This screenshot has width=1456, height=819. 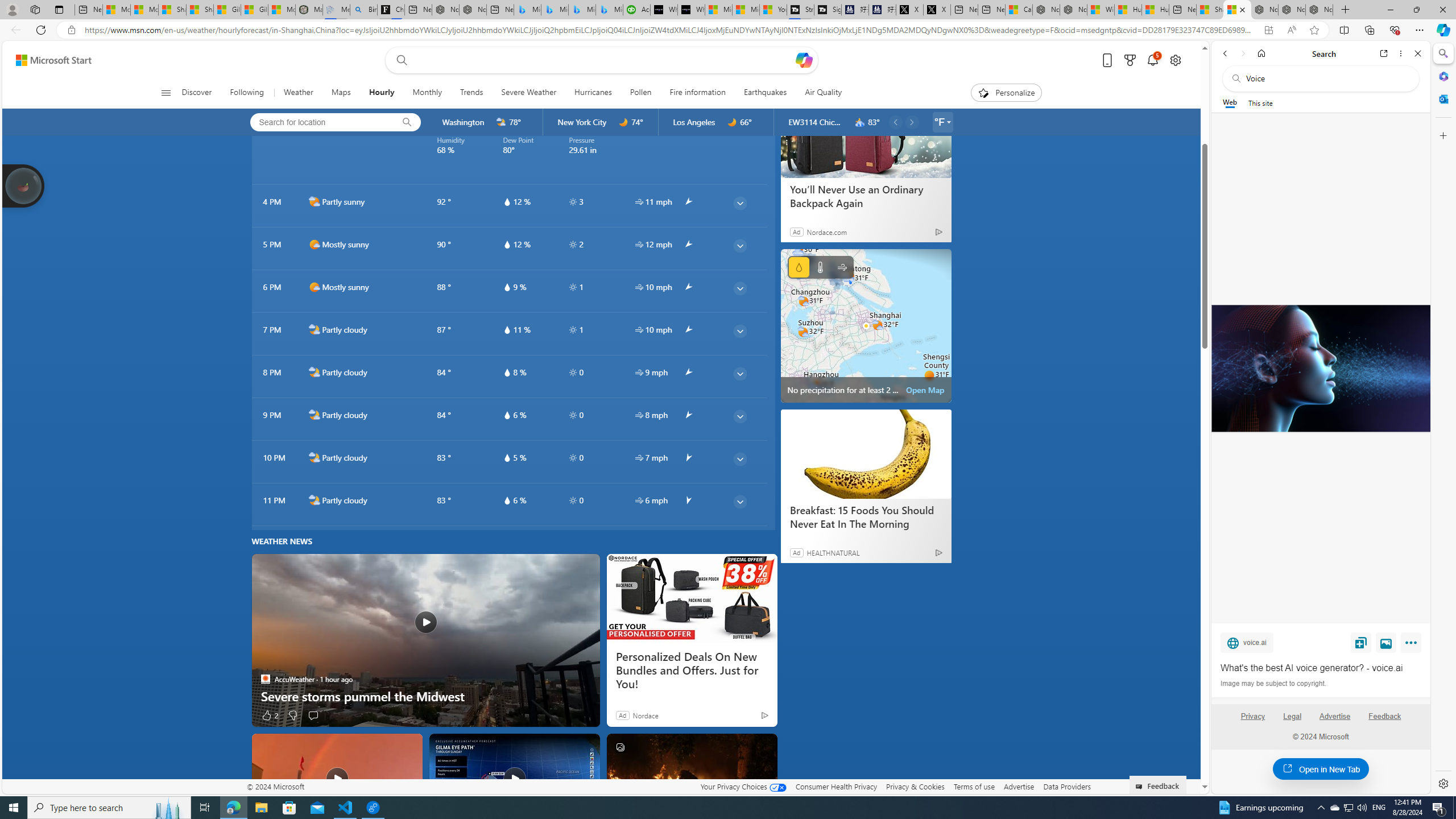 What do you see at coordinates (1442, 135) in the screenshot?
I see `'Customize'` at bounding box center [1442, 135].